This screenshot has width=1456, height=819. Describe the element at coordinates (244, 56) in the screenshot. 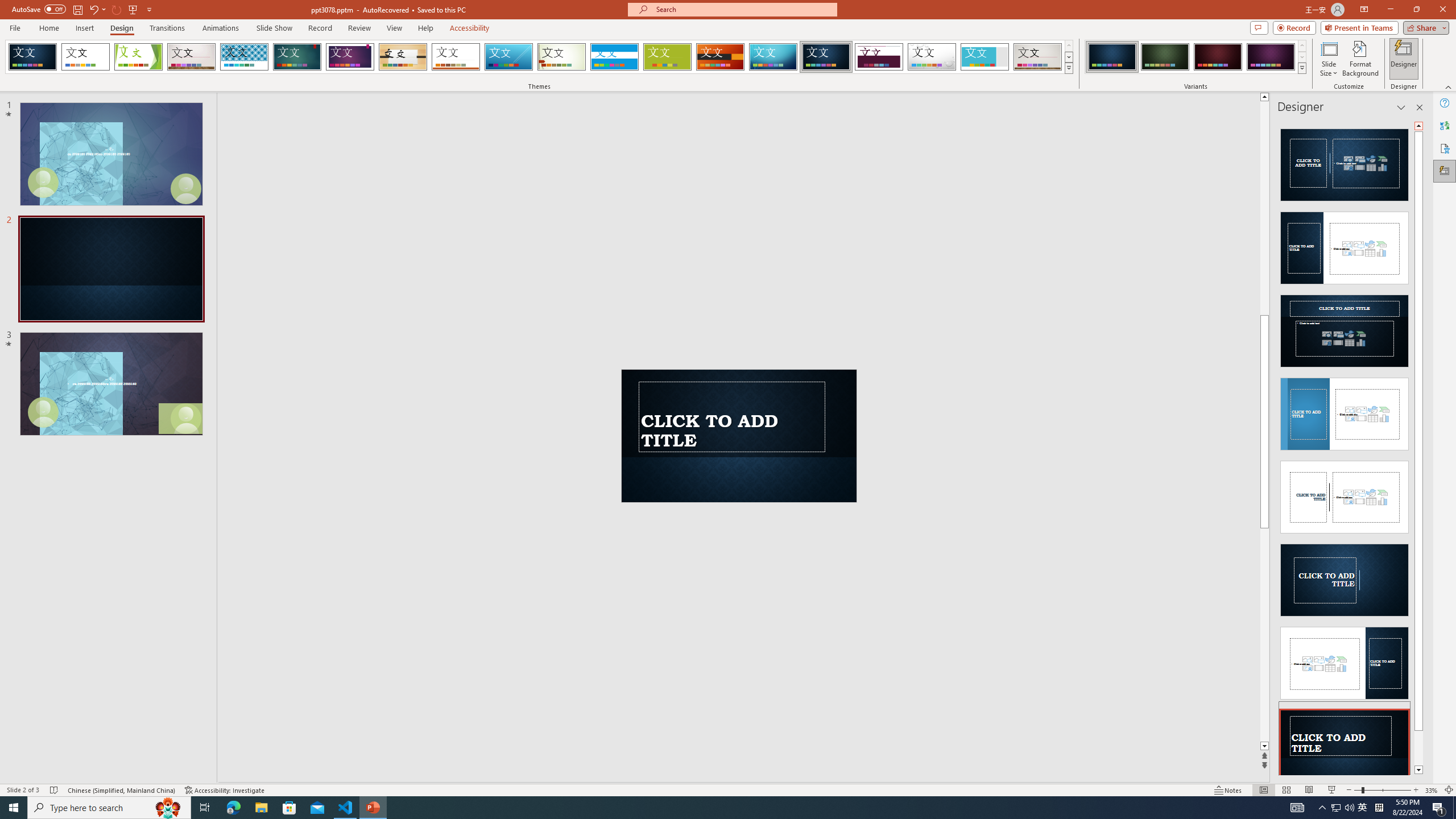

I see `'Integral'` at that location.